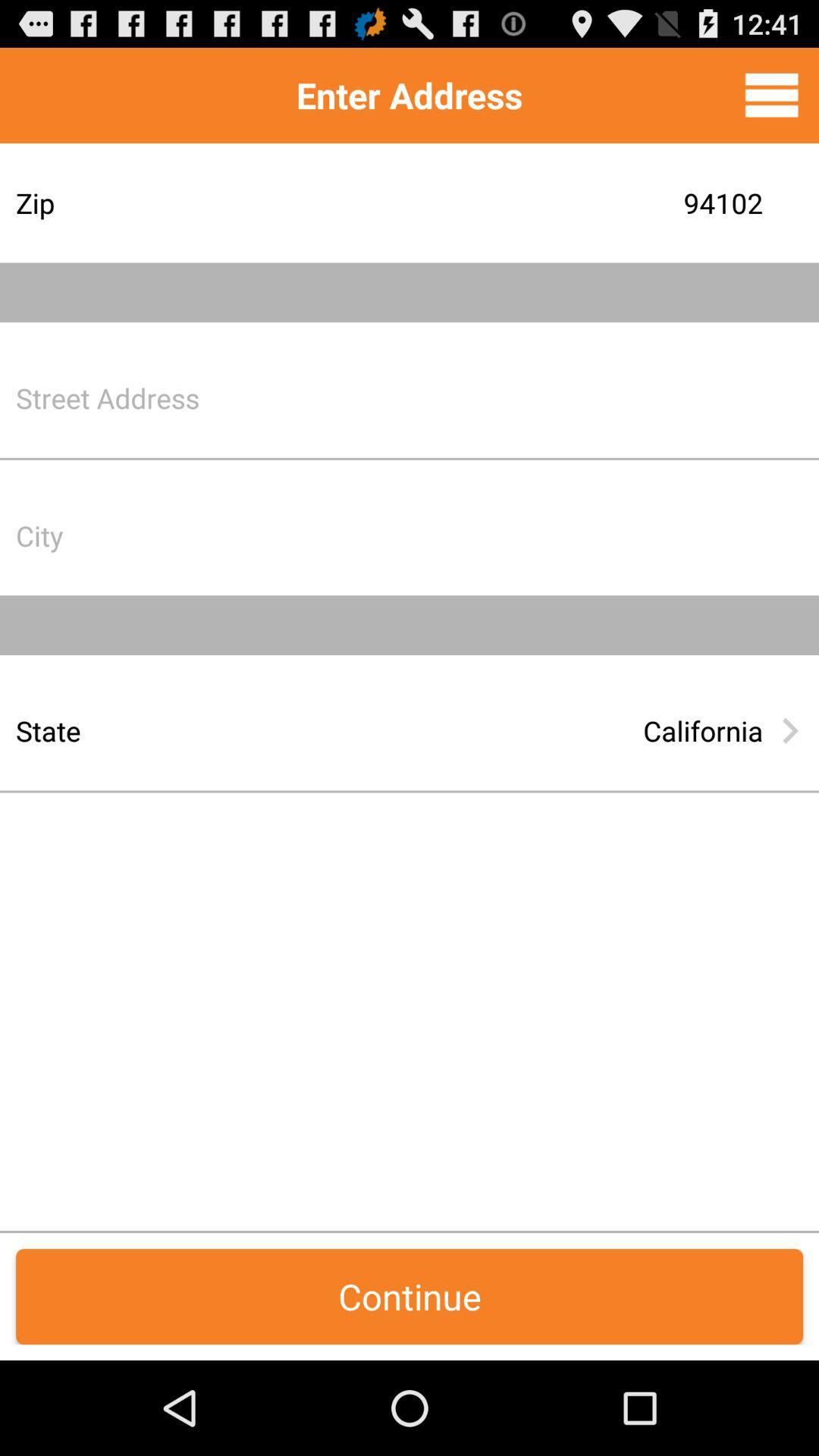  Describe the element at coordinates (409, 1295) in the screenshot. I see `the continue item` at that location.